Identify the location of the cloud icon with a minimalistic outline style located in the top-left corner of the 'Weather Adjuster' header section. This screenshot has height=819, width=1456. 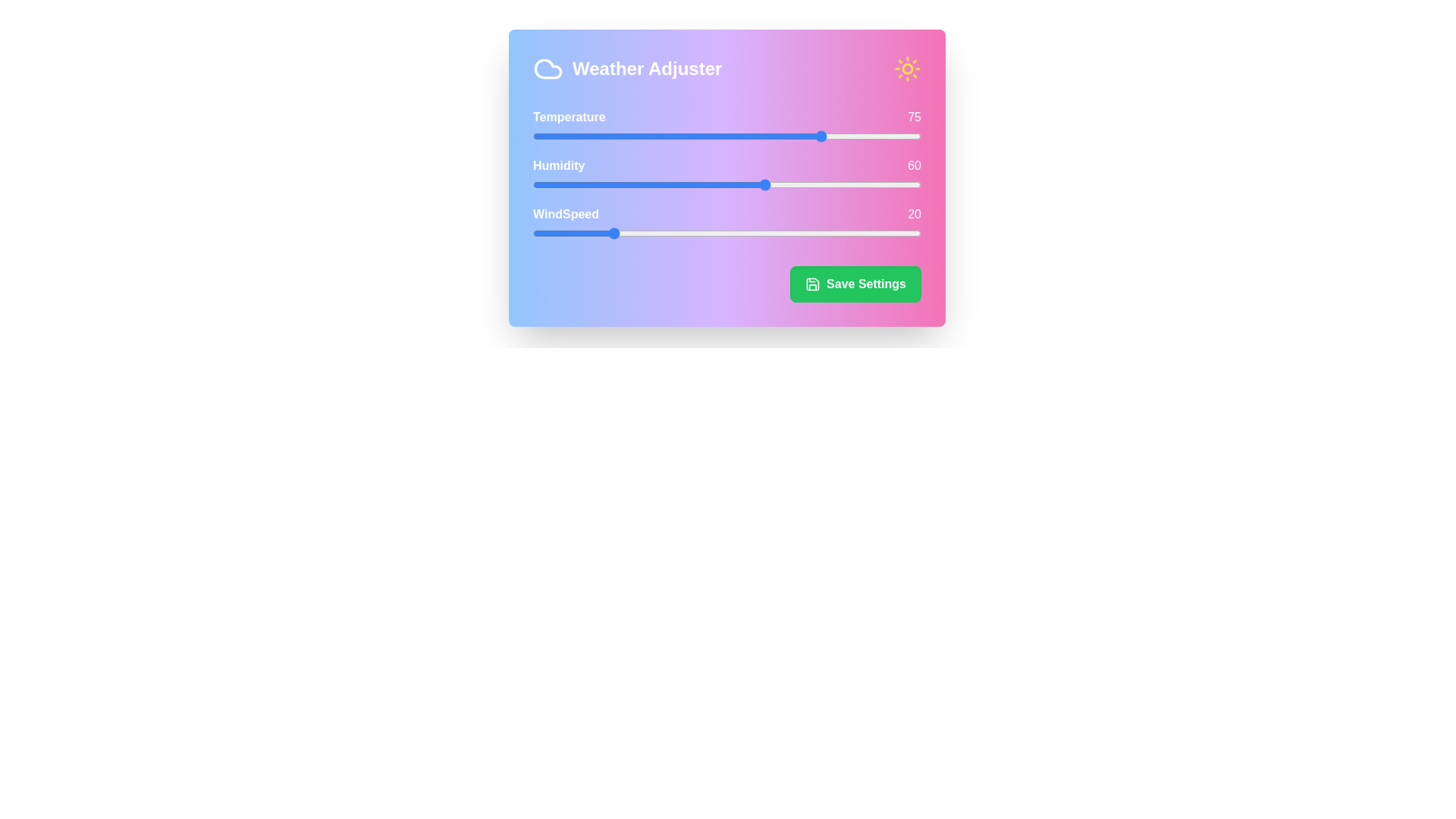
(548, 69).